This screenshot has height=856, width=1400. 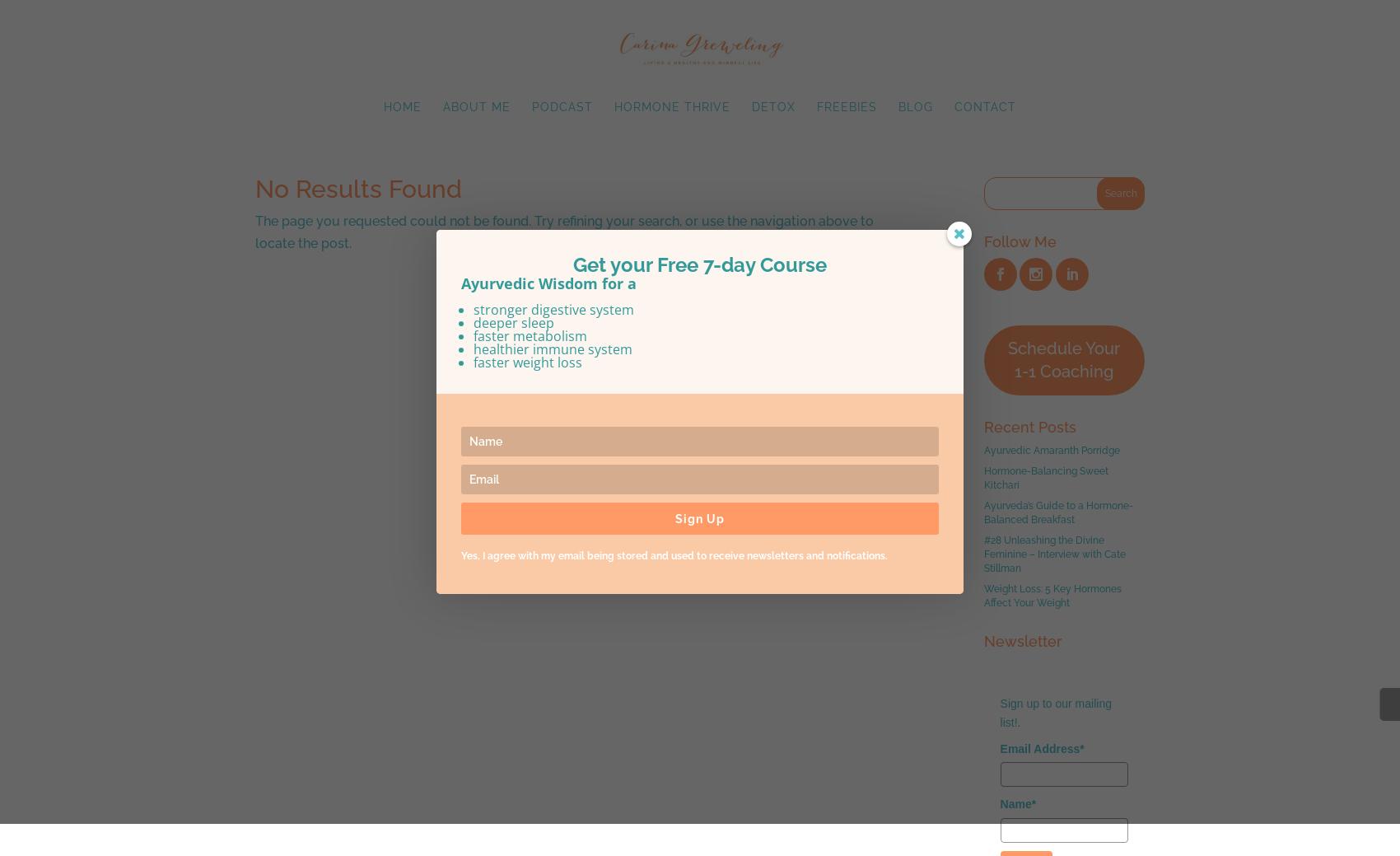 I want to click on 'Name*', so click(x=1017, y=804).